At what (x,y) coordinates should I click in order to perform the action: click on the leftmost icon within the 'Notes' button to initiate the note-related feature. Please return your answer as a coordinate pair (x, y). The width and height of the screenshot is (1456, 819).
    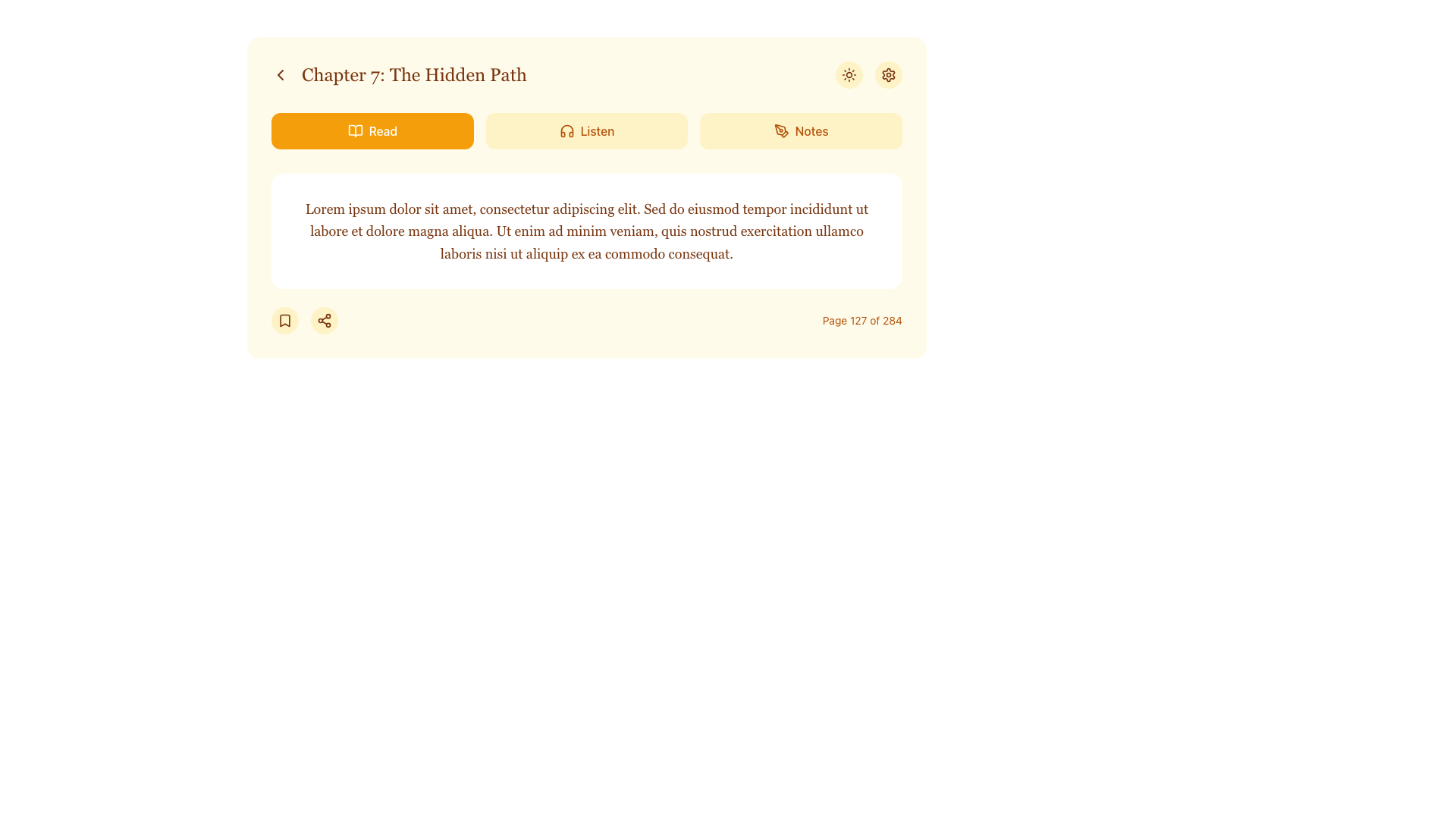
    Looking at the image, I should click on (781, 130).